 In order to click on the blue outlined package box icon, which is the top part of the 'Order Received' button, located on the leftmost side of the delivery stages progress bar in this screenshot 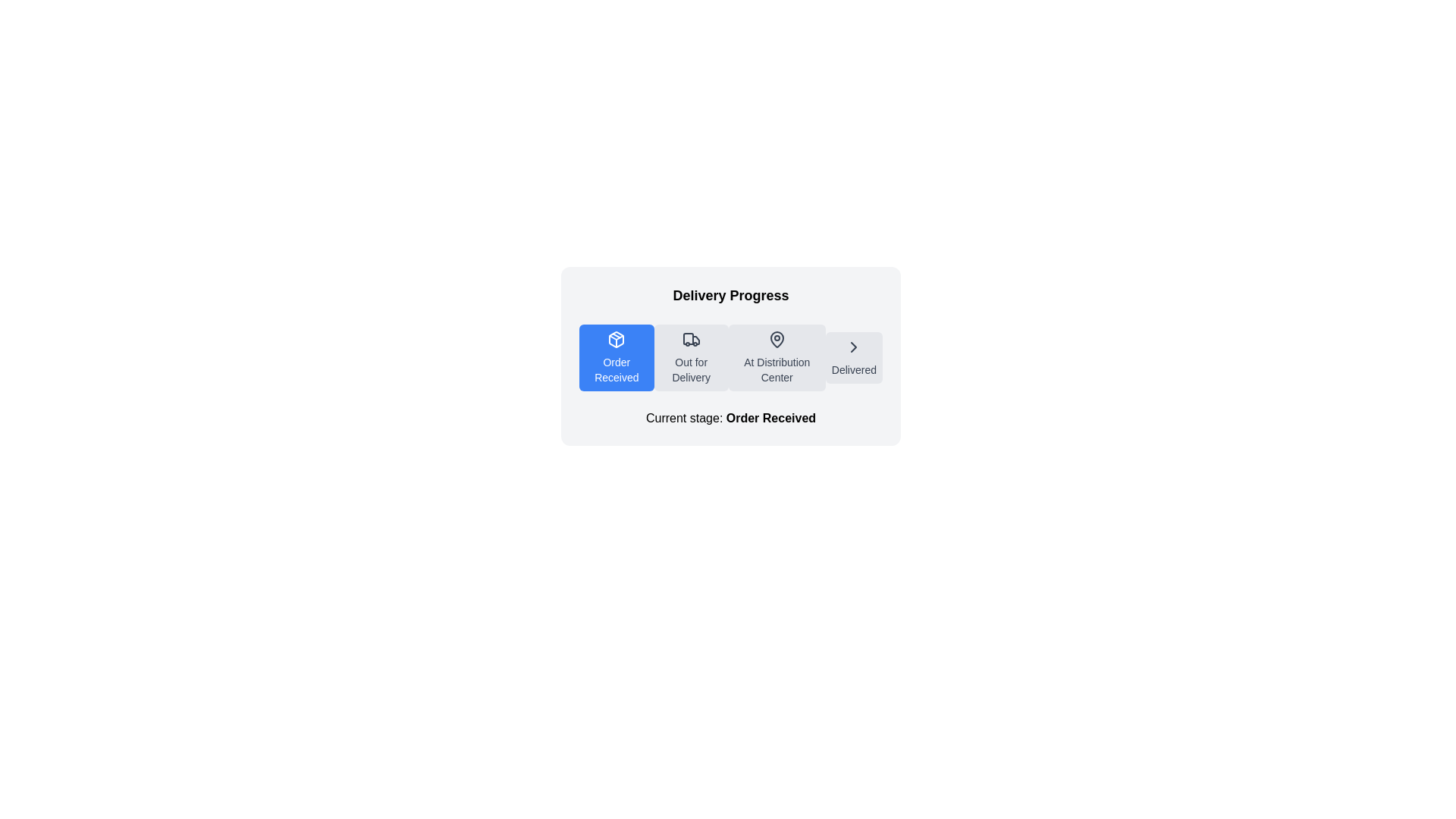, I will do `click(617, 338)`.